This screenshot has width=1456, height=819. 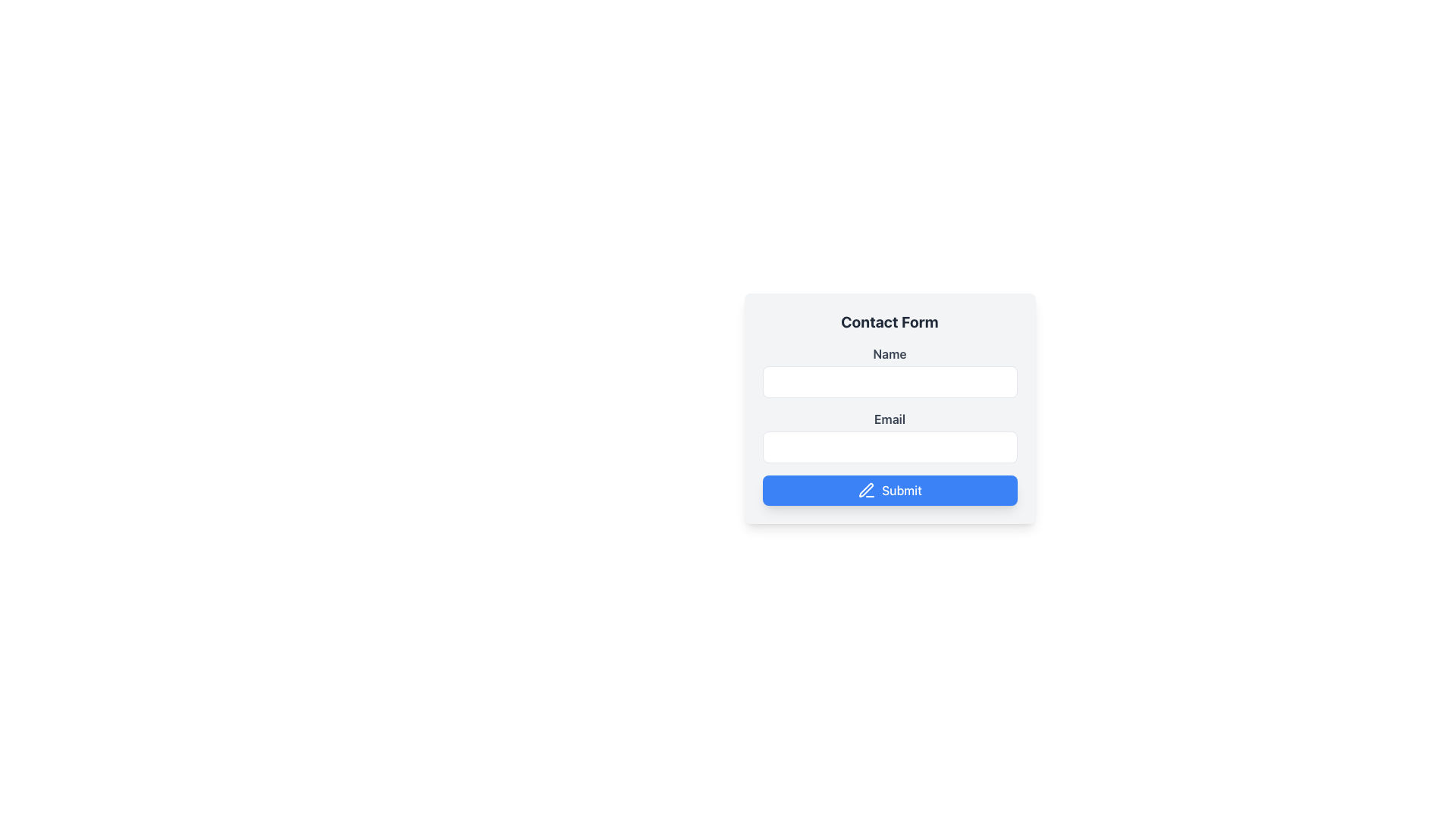 I want to click on the icon representing an editing or pen-related action located to the left of the 'Submit' button's label, so click(x=867, y=491).